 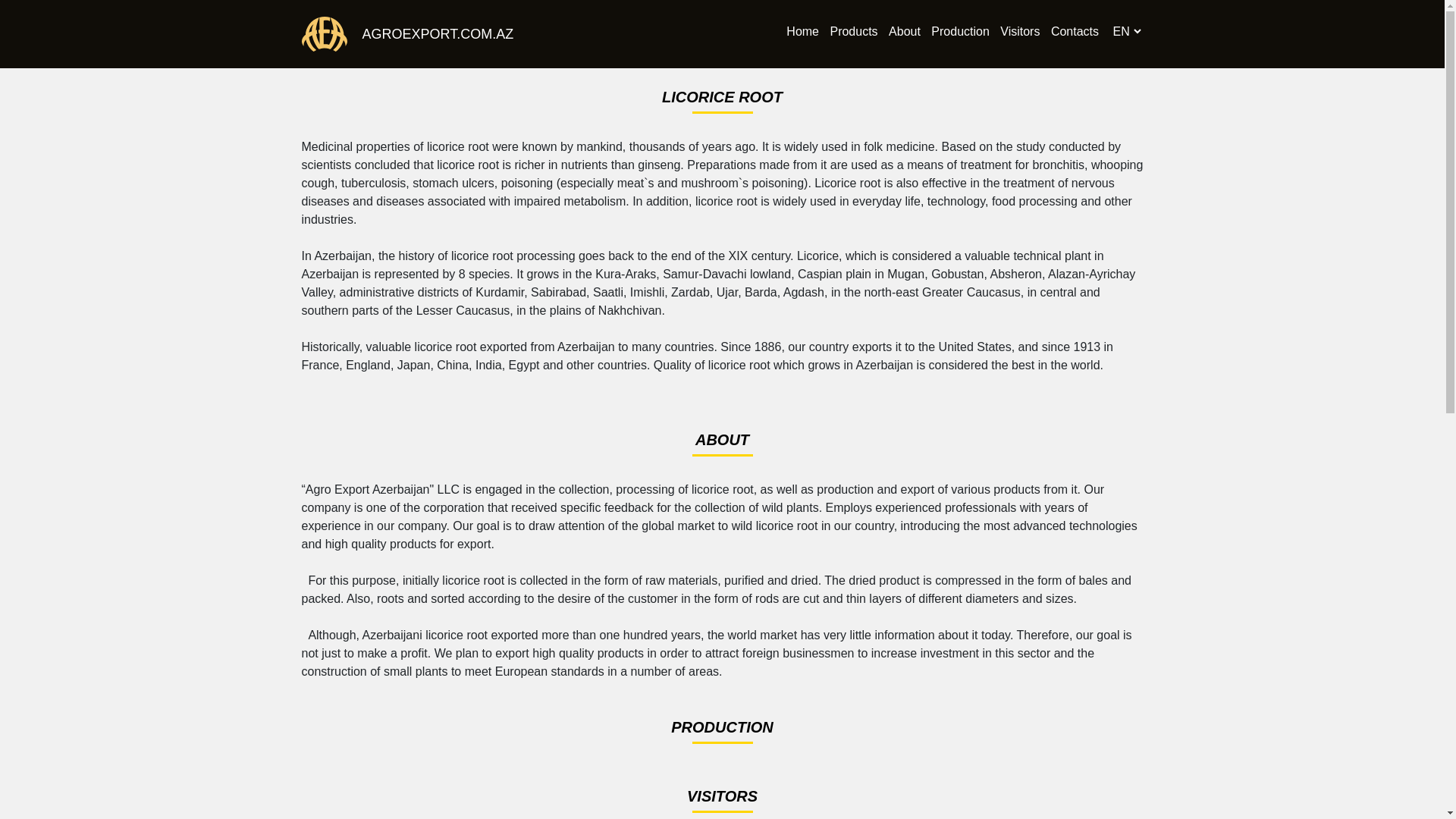 I want to click on 'Contacts', so click(x=1074, y=33).